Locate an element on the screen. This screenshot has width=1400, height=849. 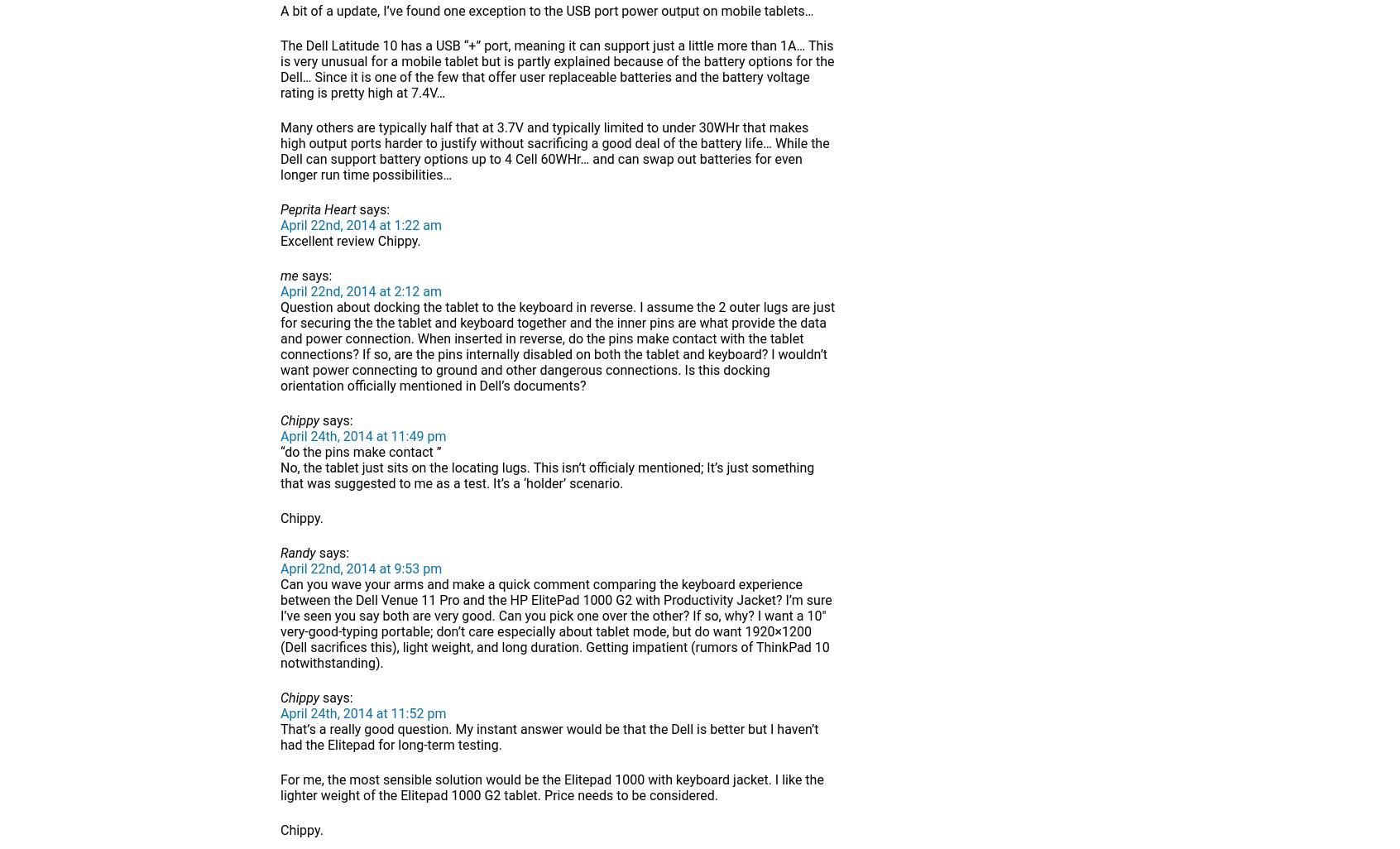
'For me, the most sensible solution would be the Elitepad 1000 with keyboard jacket. I like the lighter weight of the Elitepad 1000 G2 tablet. Price needs to be considered.' is located at coordinates (280, 788).